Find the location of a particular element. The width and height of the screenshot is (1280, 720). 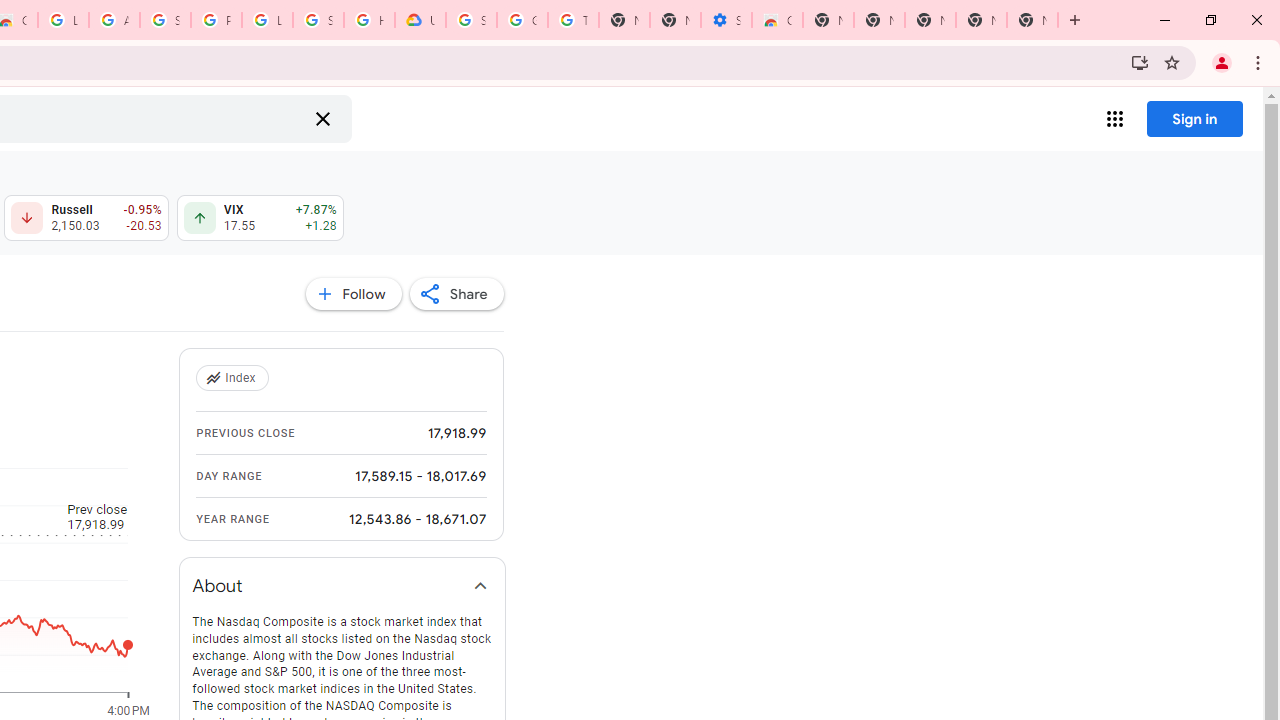

'Google apps' is located at coordinates (1113, 119).